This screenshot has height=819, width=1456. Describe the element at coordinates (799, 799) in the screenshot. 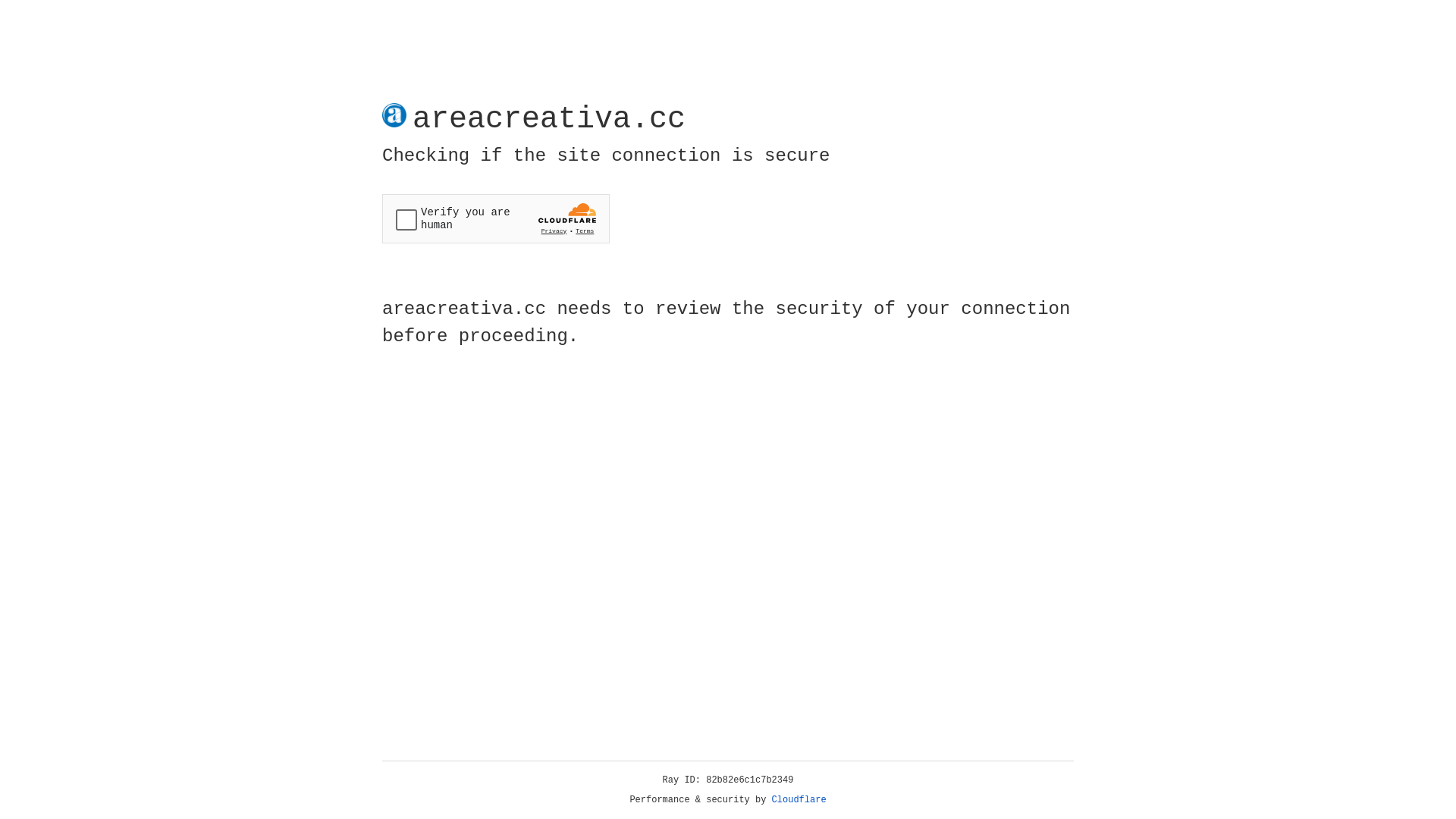

I see `'Cloudflare'` at that location.